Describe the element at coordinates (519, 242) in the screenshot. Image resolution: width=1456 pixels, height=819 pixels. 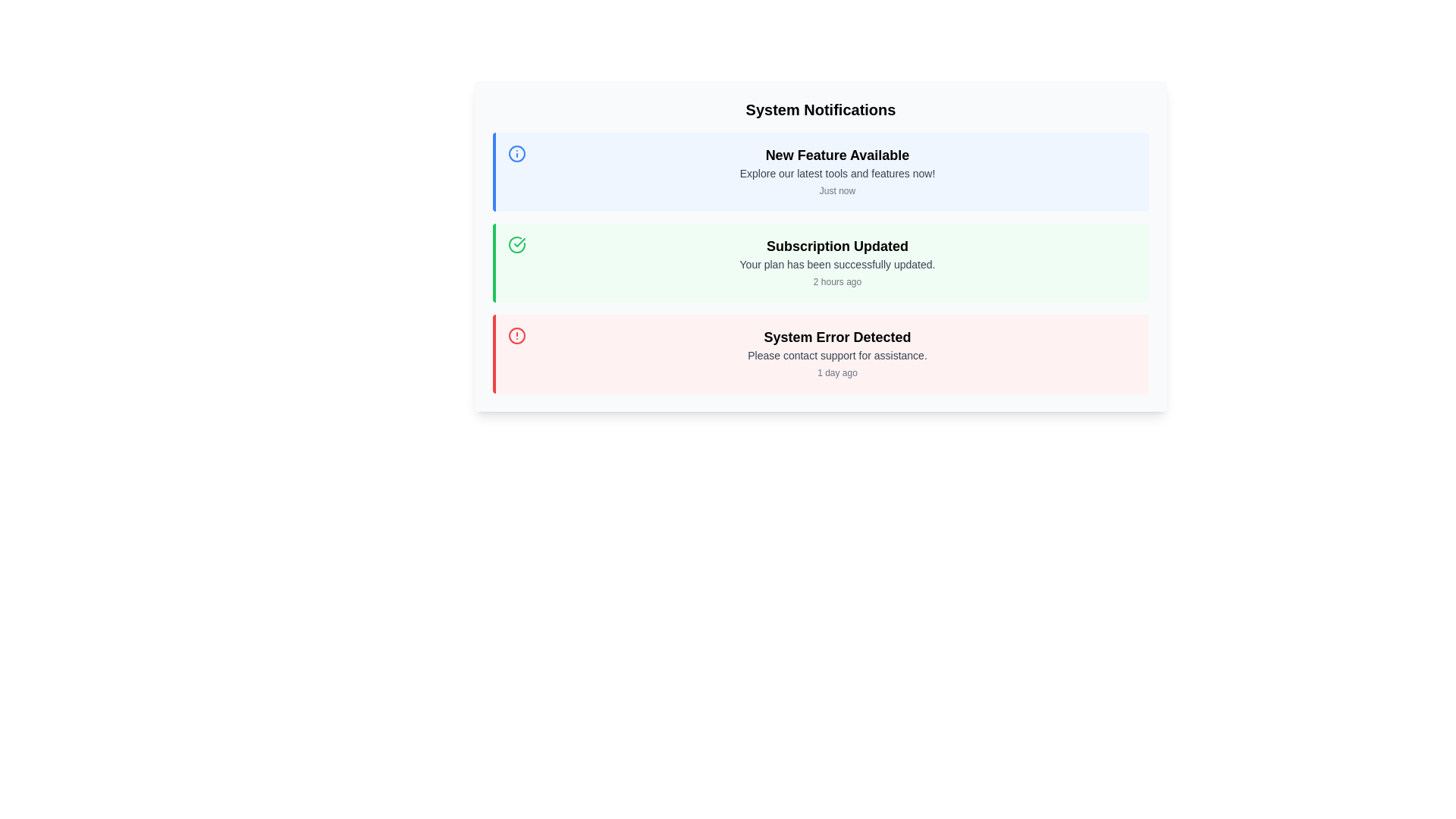
I see `the green circular icon with a checkmark located in the second notification card titled 'Subscription Updated'` at that location.